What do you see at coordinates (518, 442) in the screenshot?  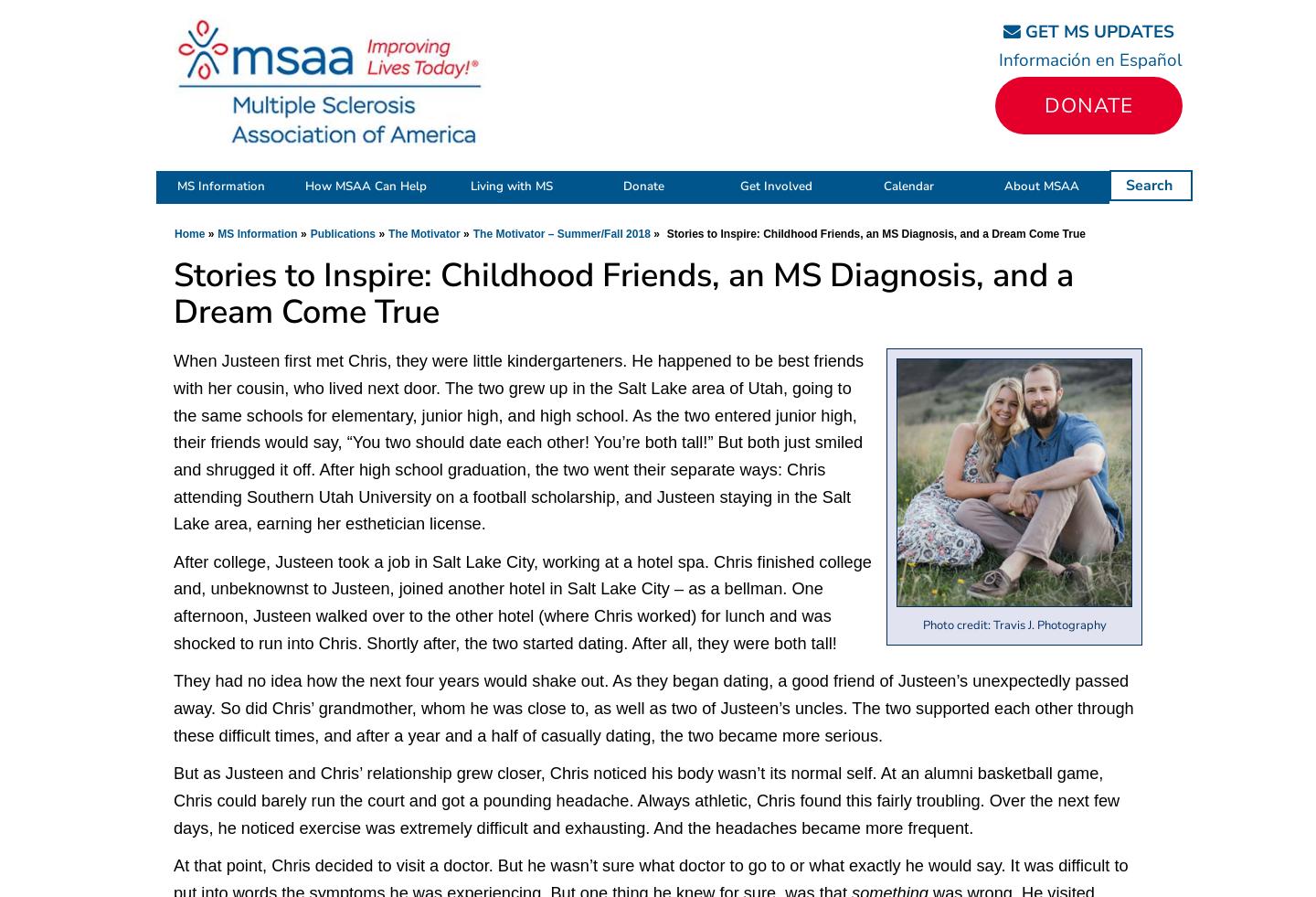 I see `'When Justeen first met Chris, they were little kindergarteners. He happened to be best friends with her cousin, who lived next door. The two grew up in the Salt Lake area of Utah, going to the same schools for elementary, junior high, and high school. As the two entered junior high, their friends would say, “You two should date each other! You’re both tall!” But both just smiled and shrugged it off. After high school graduation, the two went their separate ways: Chris attending Southern Utah University on a football scholarship, and Justeen staying in the Salt Lake area, earning her esthetician license.'` at bounding box center [518, 442].